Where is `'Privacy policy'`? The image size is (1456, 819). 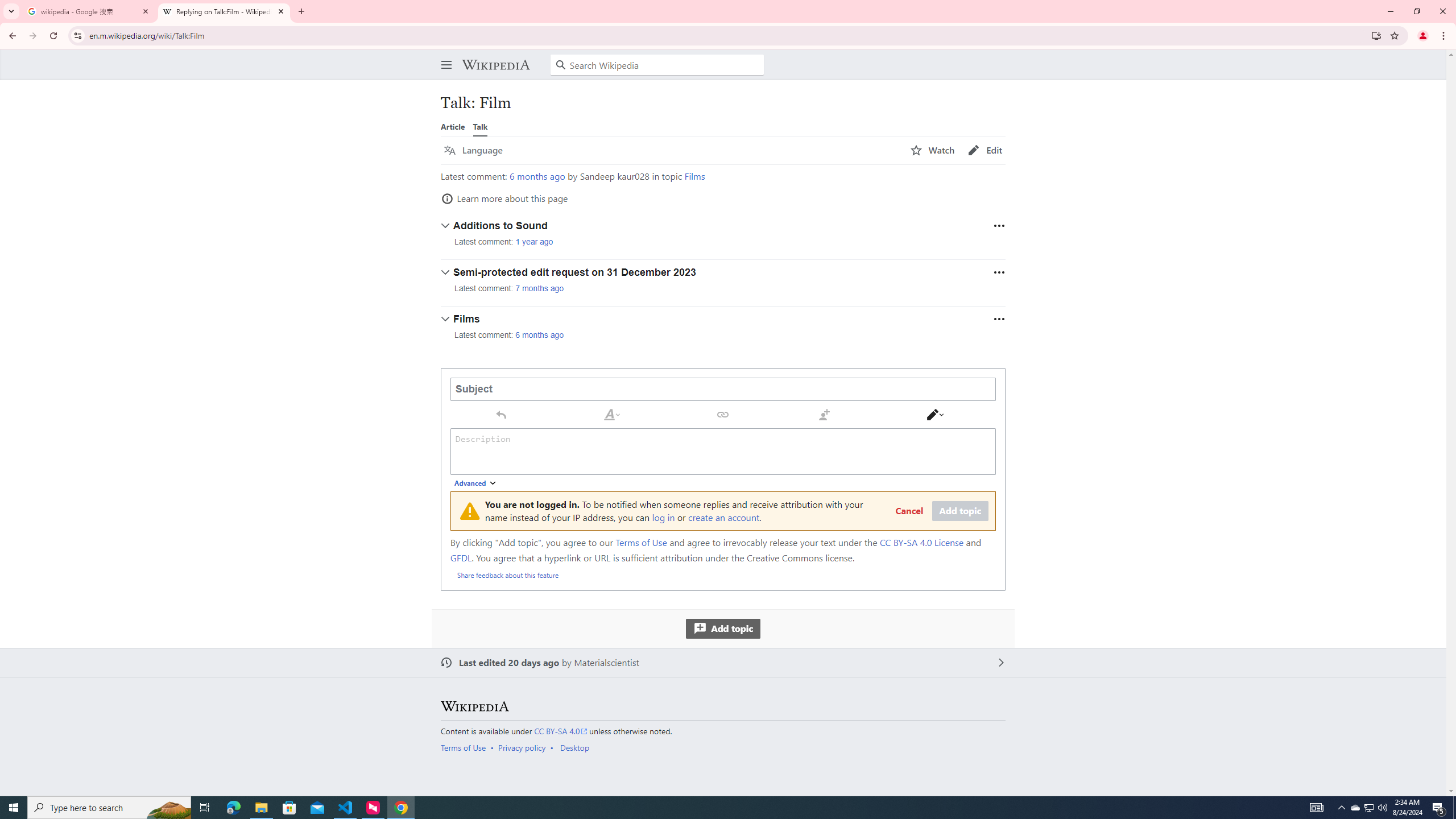 'Privacy policy' is located at coordinates (522, 747).